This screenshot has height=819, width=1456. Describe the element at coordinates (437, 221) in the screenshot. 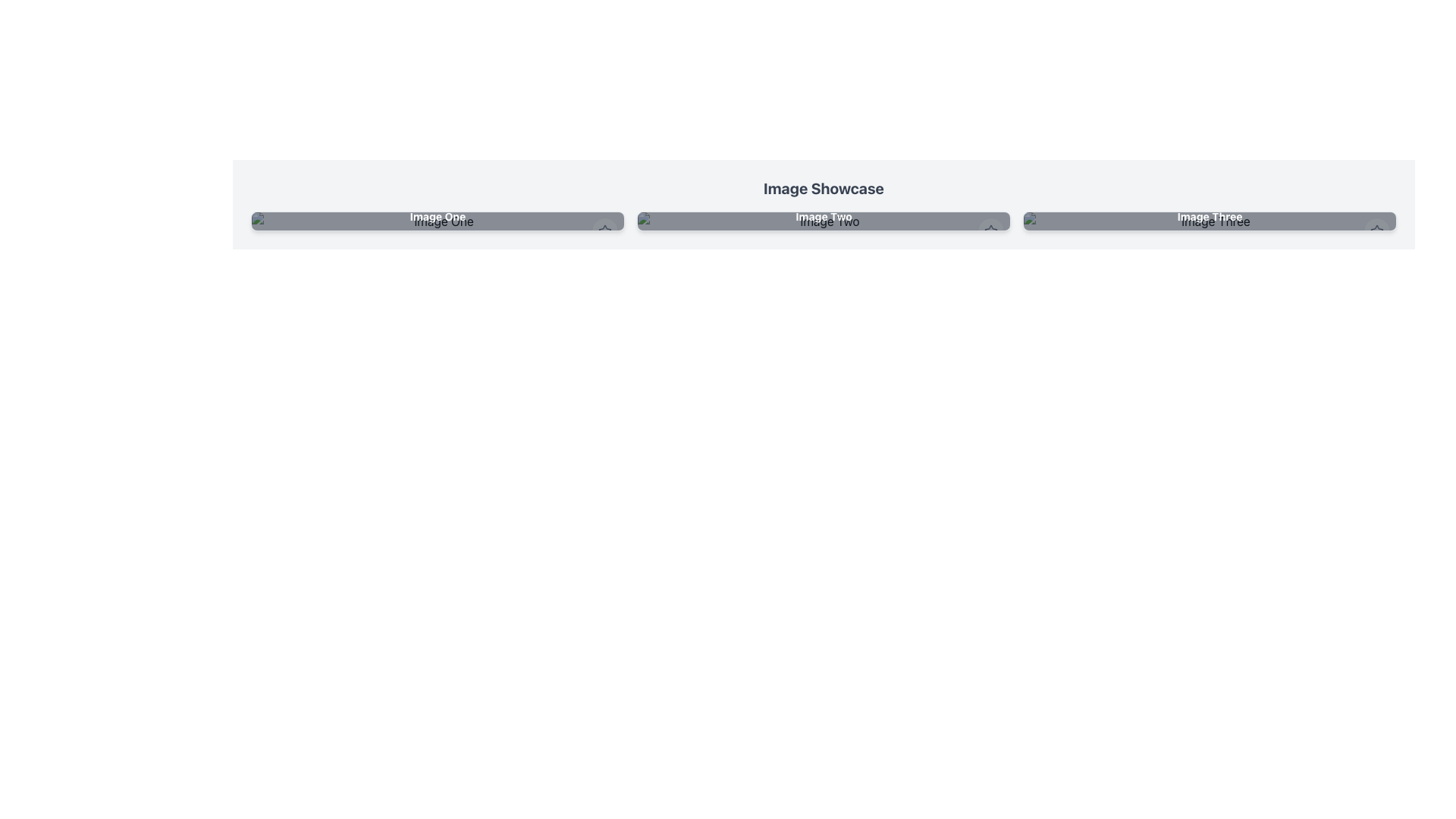

I see `the image with a gray background labeled 'Image One', which is the leftmost element among three horizontally aligned elements` at that location.